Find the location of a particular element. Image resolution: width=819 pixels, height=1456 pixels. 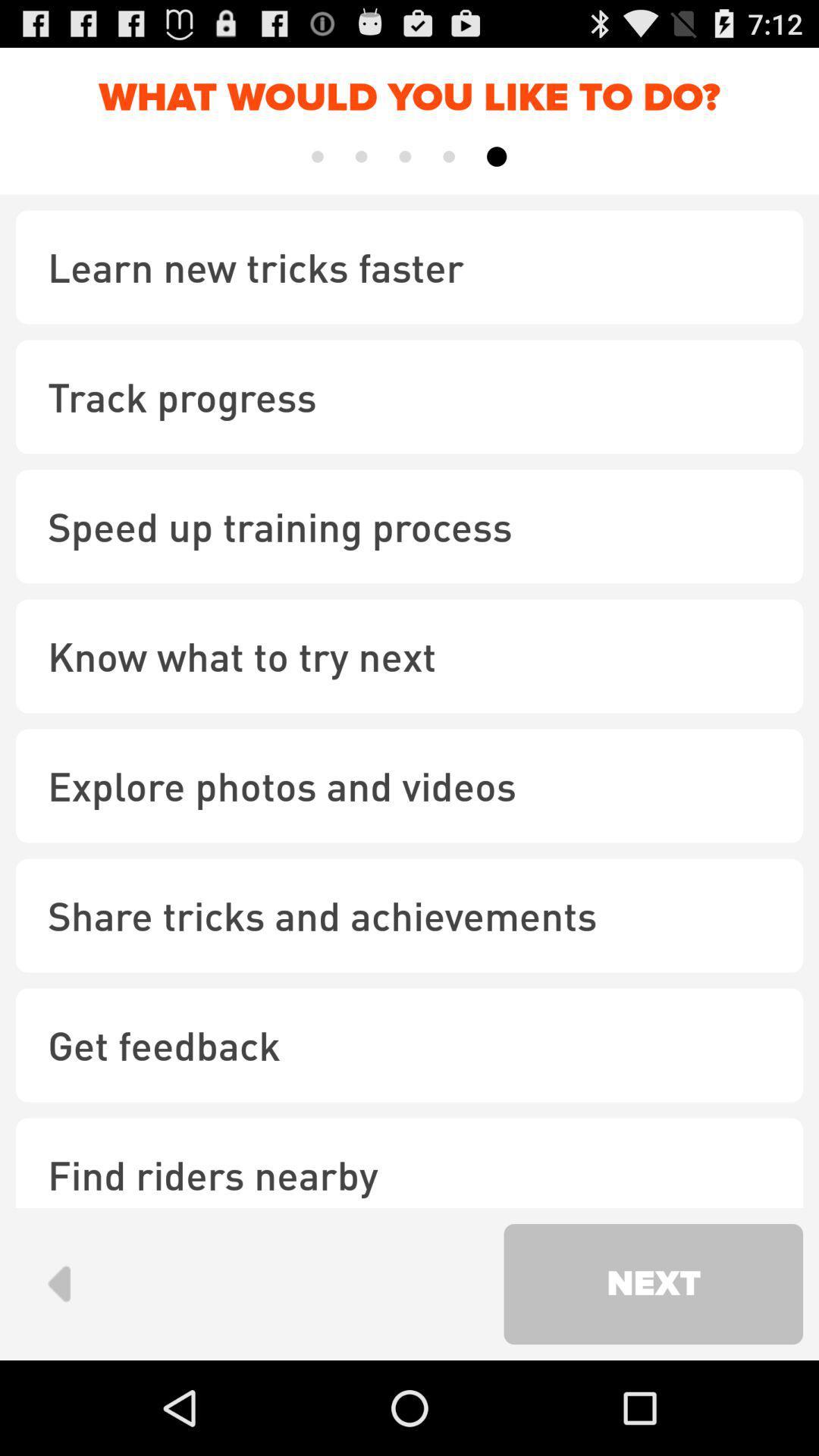

track progress icon is located at coordinates (409, 397).